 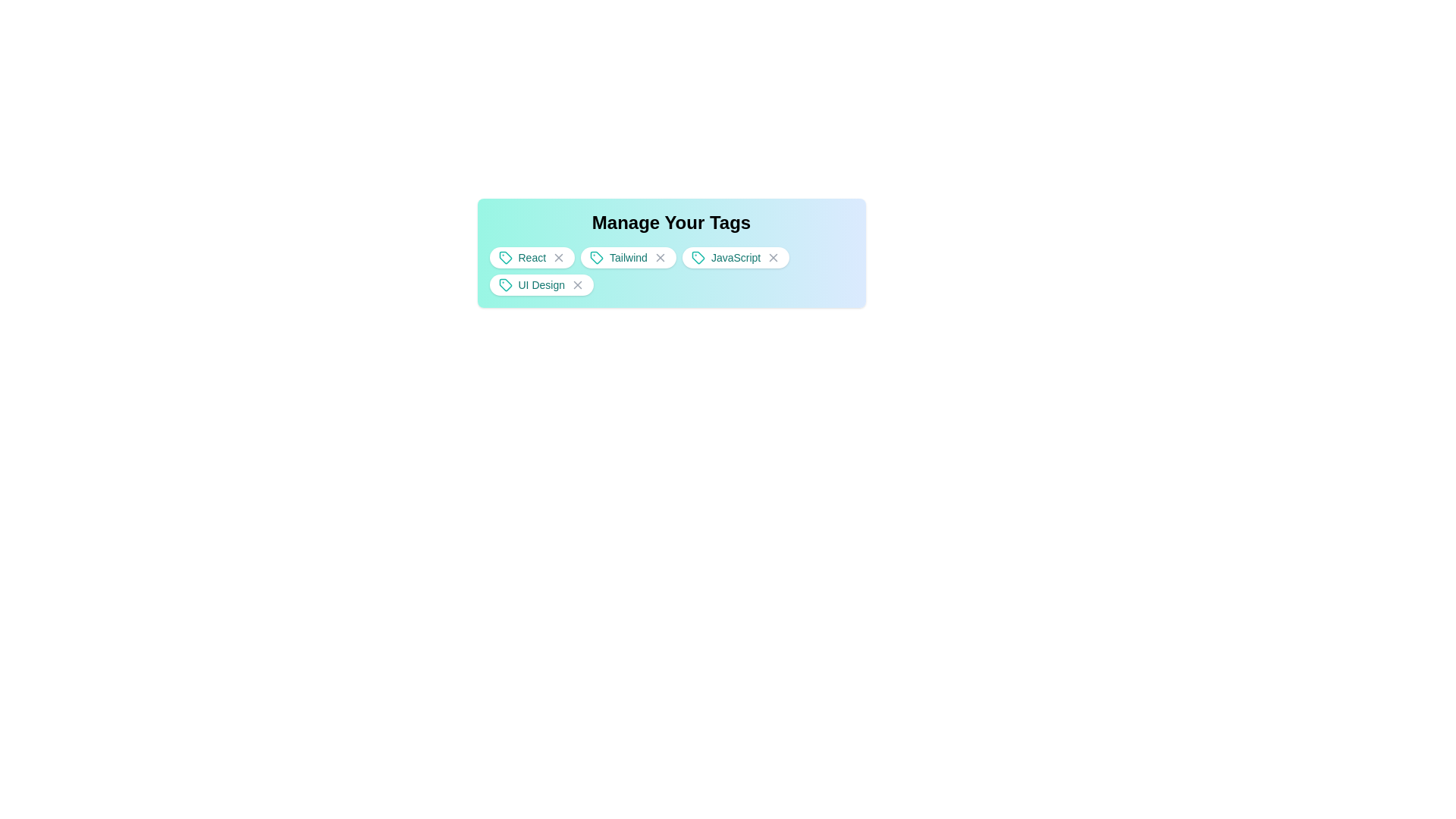 I want to click on the close button of the tag JavaScript to remove it, so click(x=770, y=256).